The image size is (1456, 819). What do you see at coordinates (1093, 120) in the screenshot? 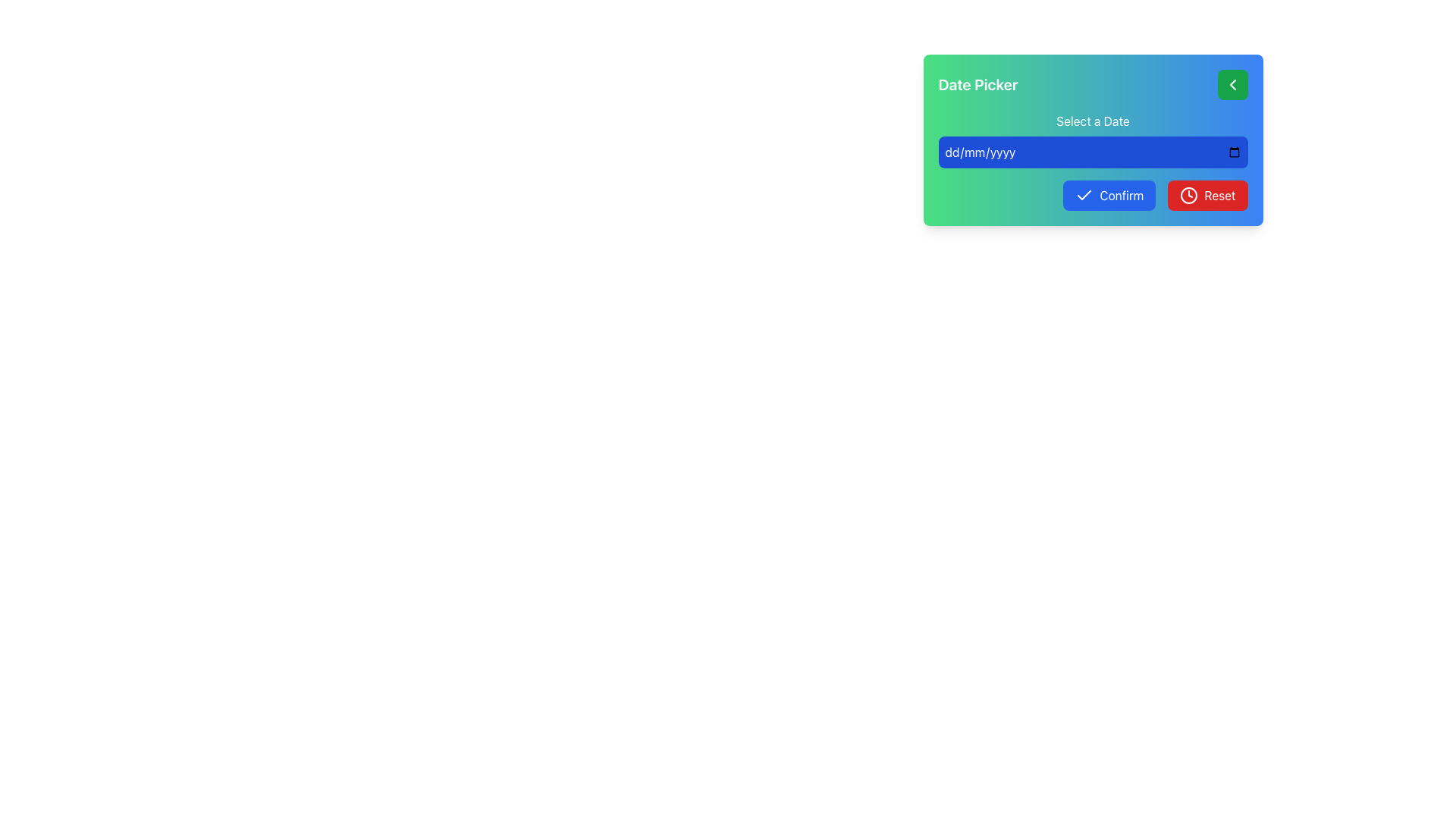
I see `the label that provides context for the date input field, located centrally at the top section of the interface` at bounding box center [1093, 120].